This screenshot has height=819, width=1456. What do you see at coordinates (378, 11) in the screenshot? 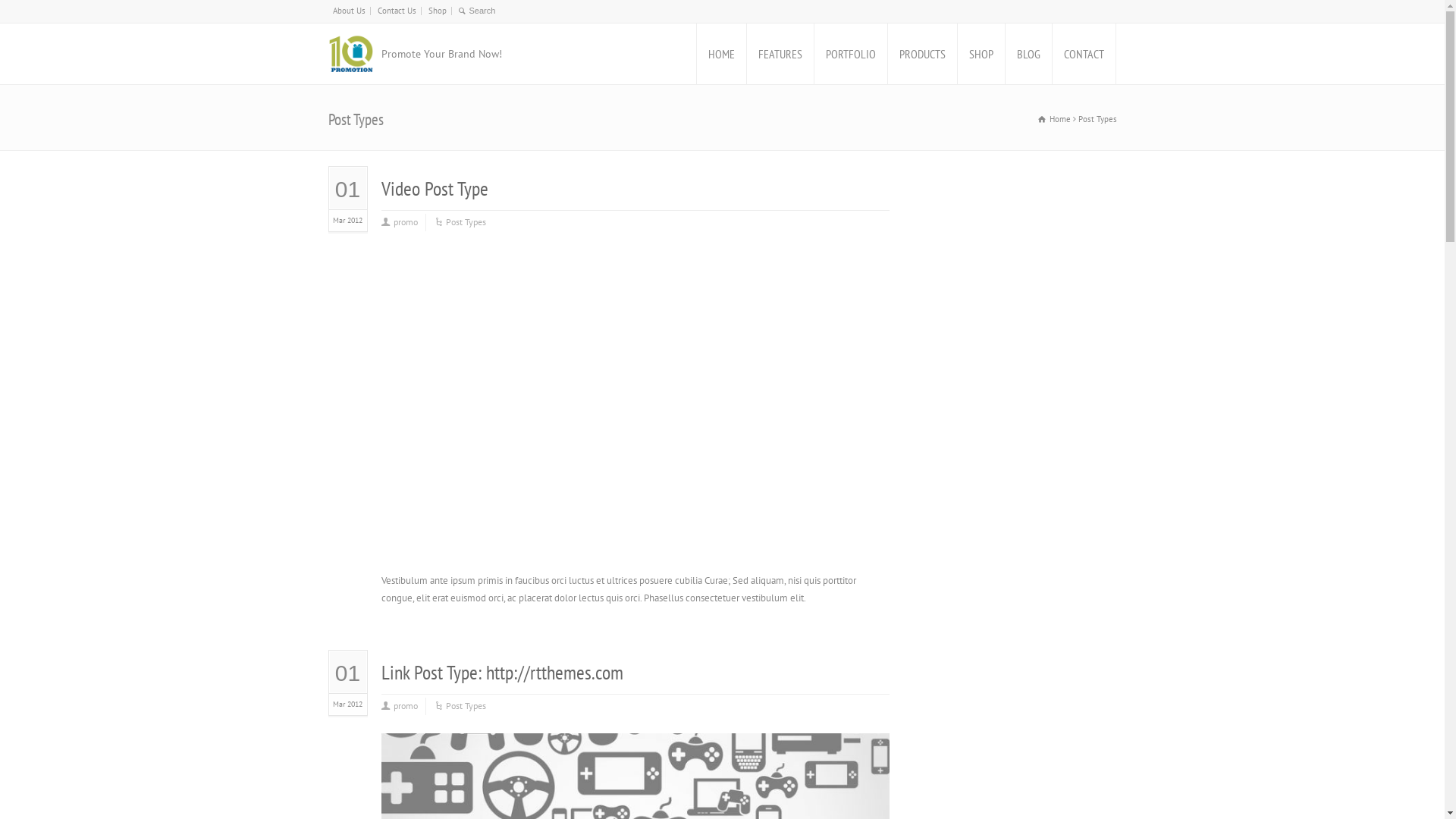
I see `'Contact Us'` at bounding box center [378, 11].